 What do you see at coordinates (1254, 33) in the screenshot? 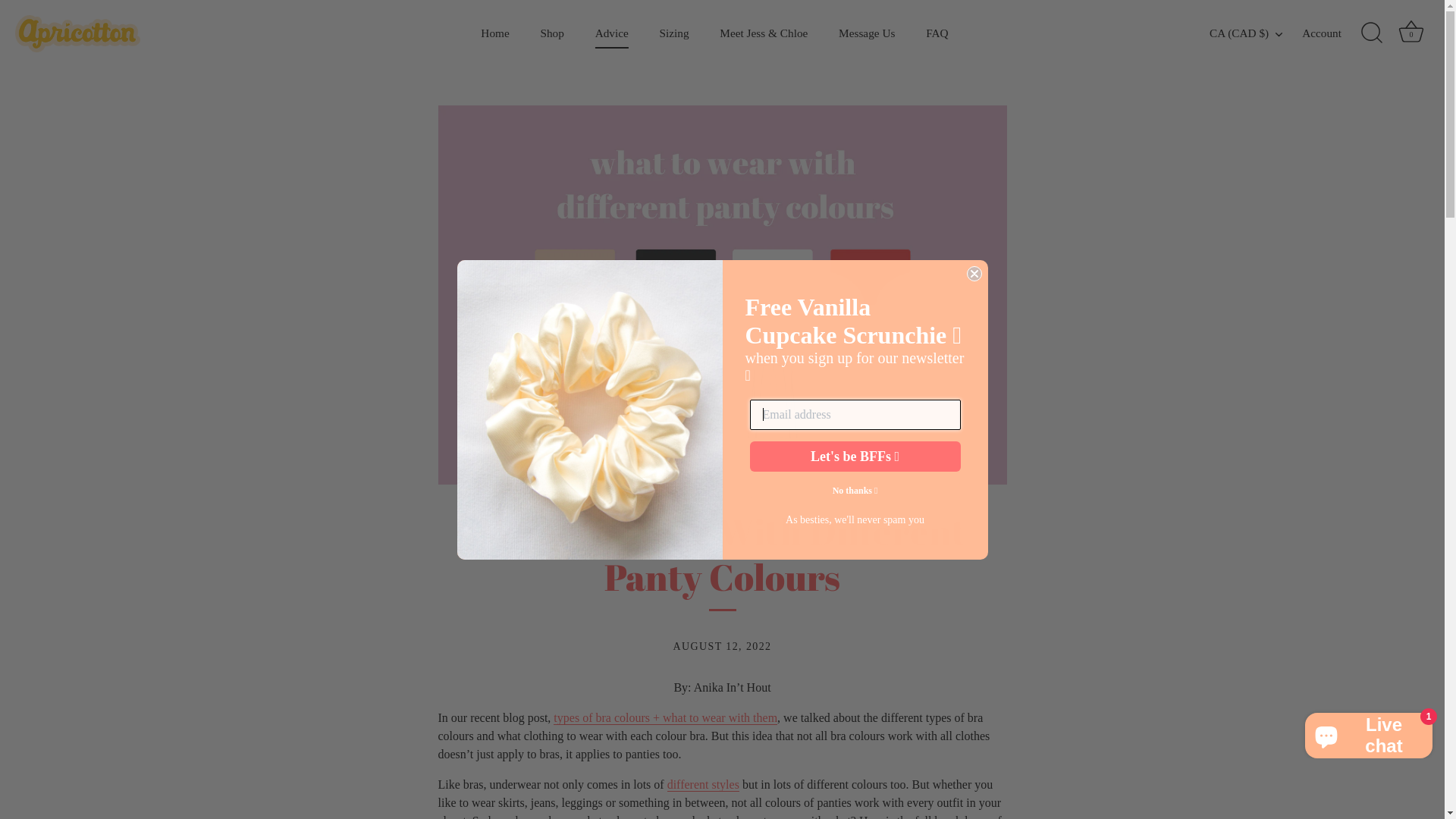
I see `'CA (CAD $)'` at bounding box center [1254, 33].